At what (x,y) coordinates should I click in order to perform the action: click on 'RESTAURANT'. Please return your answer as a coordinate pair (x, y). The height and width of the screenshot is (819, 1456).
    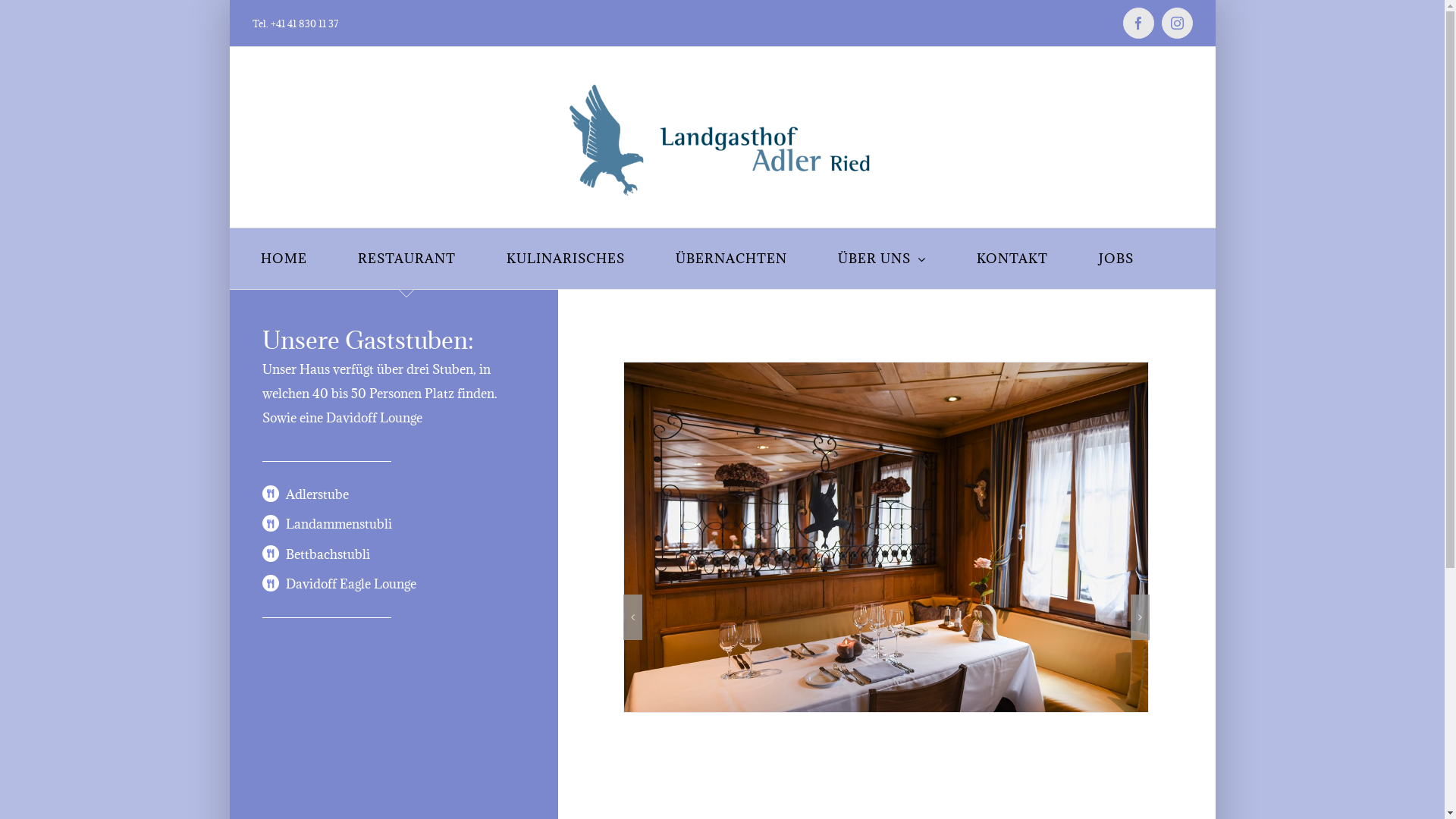
    Looking at the image, I should click on (406, 257).